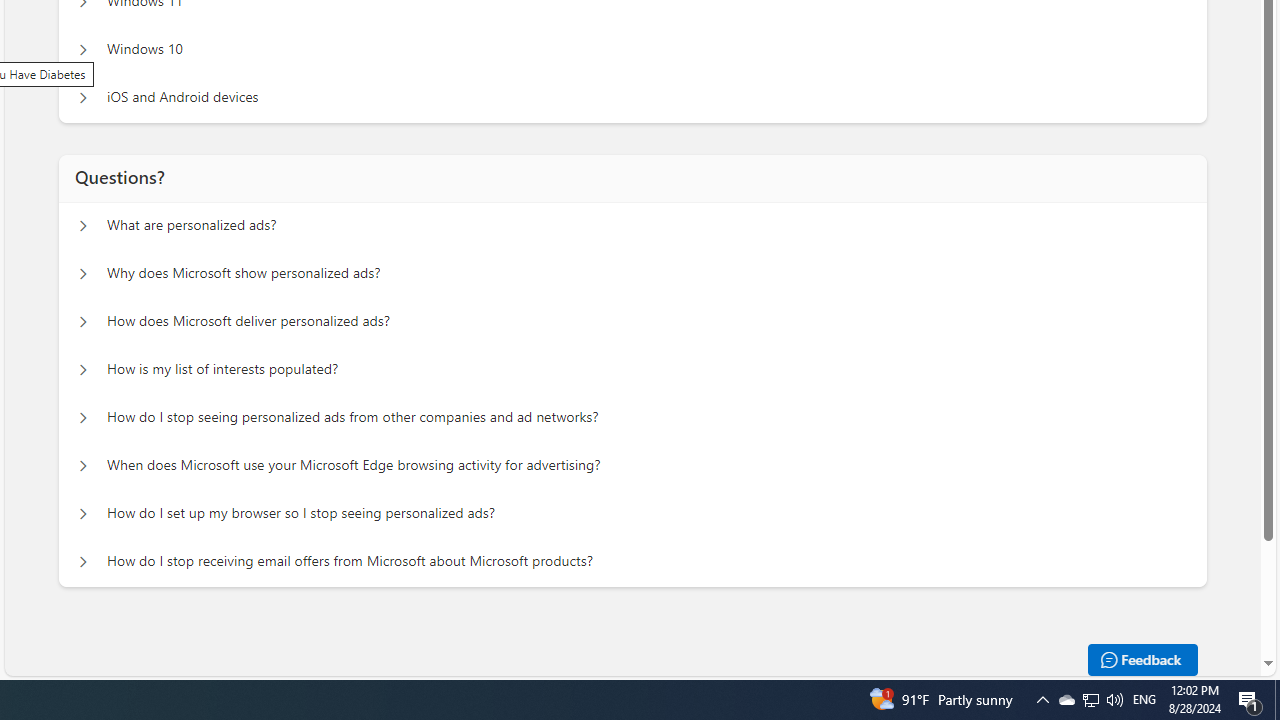 The image size is (1280, 720). Describe the element at coordinates (82, 49) in the screenshot. I see `'Manage personalized ads on your device Windows 10'` at that location.